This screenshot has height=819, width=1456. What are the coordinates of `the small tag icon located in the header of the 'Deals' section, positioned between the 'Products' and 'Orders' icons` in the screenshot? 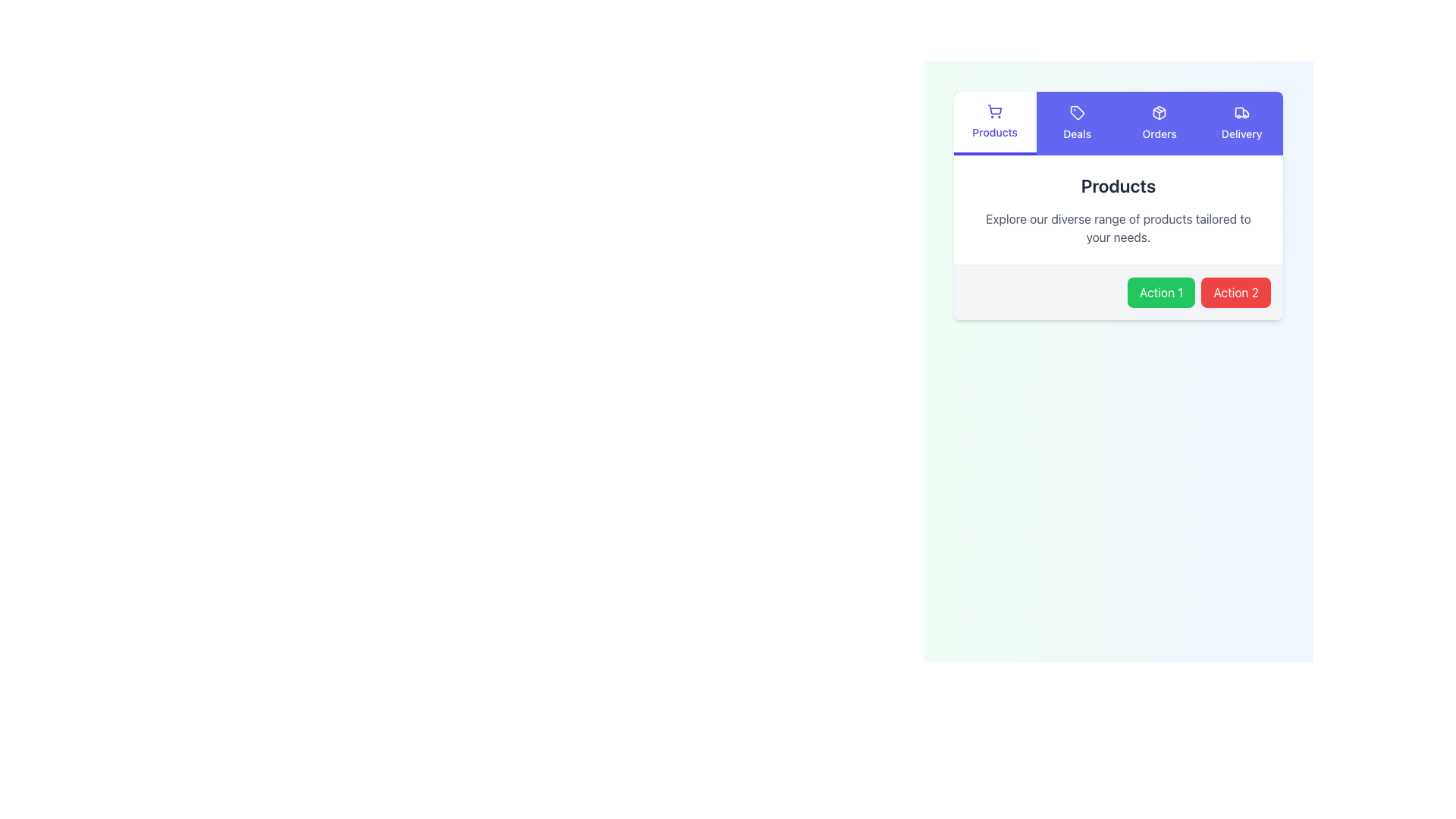 It's located at (1076, 112).